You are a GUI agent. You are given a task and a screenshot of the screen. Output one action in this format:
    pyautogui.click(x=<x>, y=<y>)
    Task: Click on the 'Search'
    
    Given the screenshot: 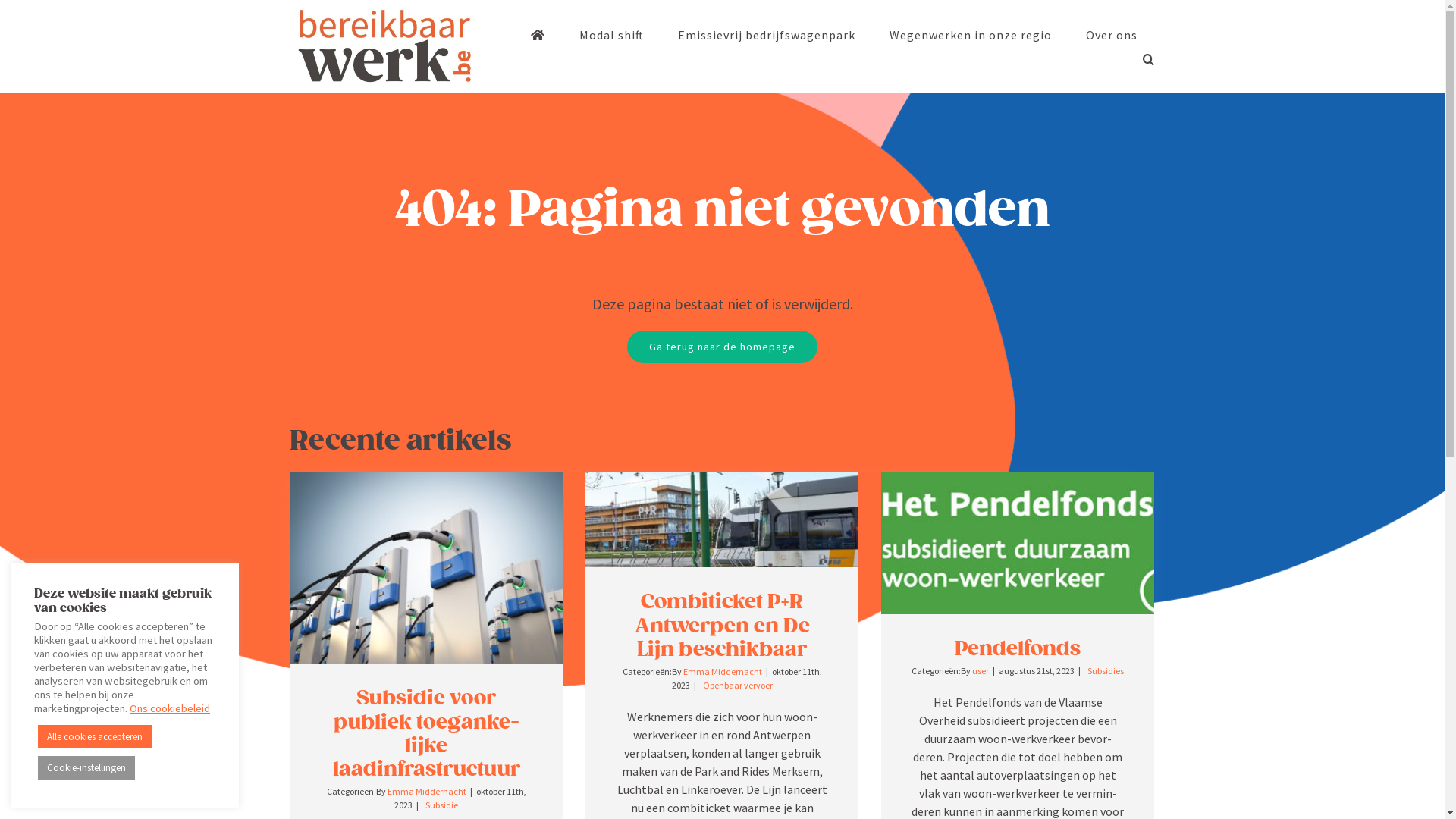 What is the action you would take?
    pyautogui.click(x=1142, y=58)
    